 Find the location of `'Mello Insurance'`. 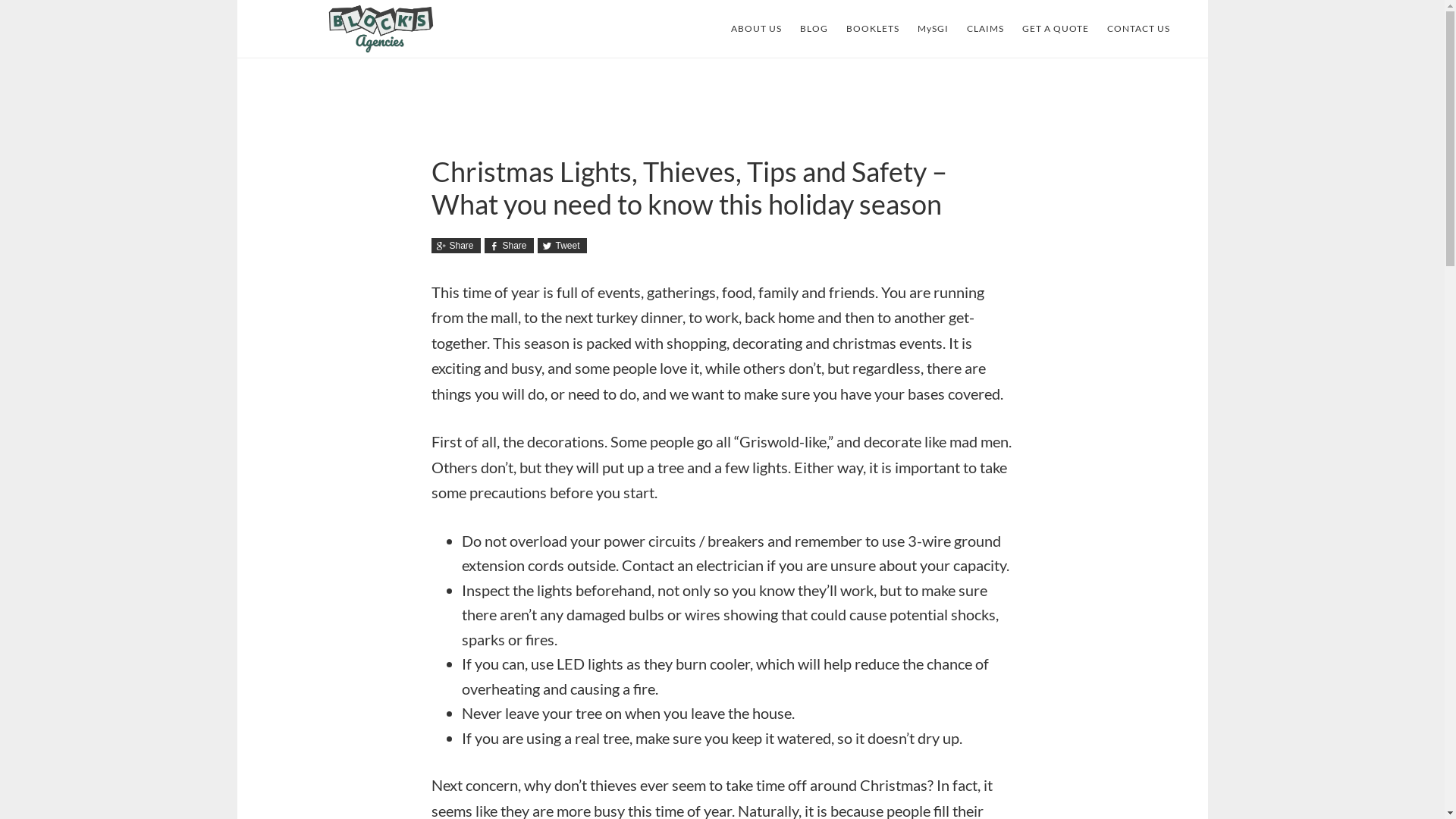

'Mello Insurance' is located at coordinates (381, 29).